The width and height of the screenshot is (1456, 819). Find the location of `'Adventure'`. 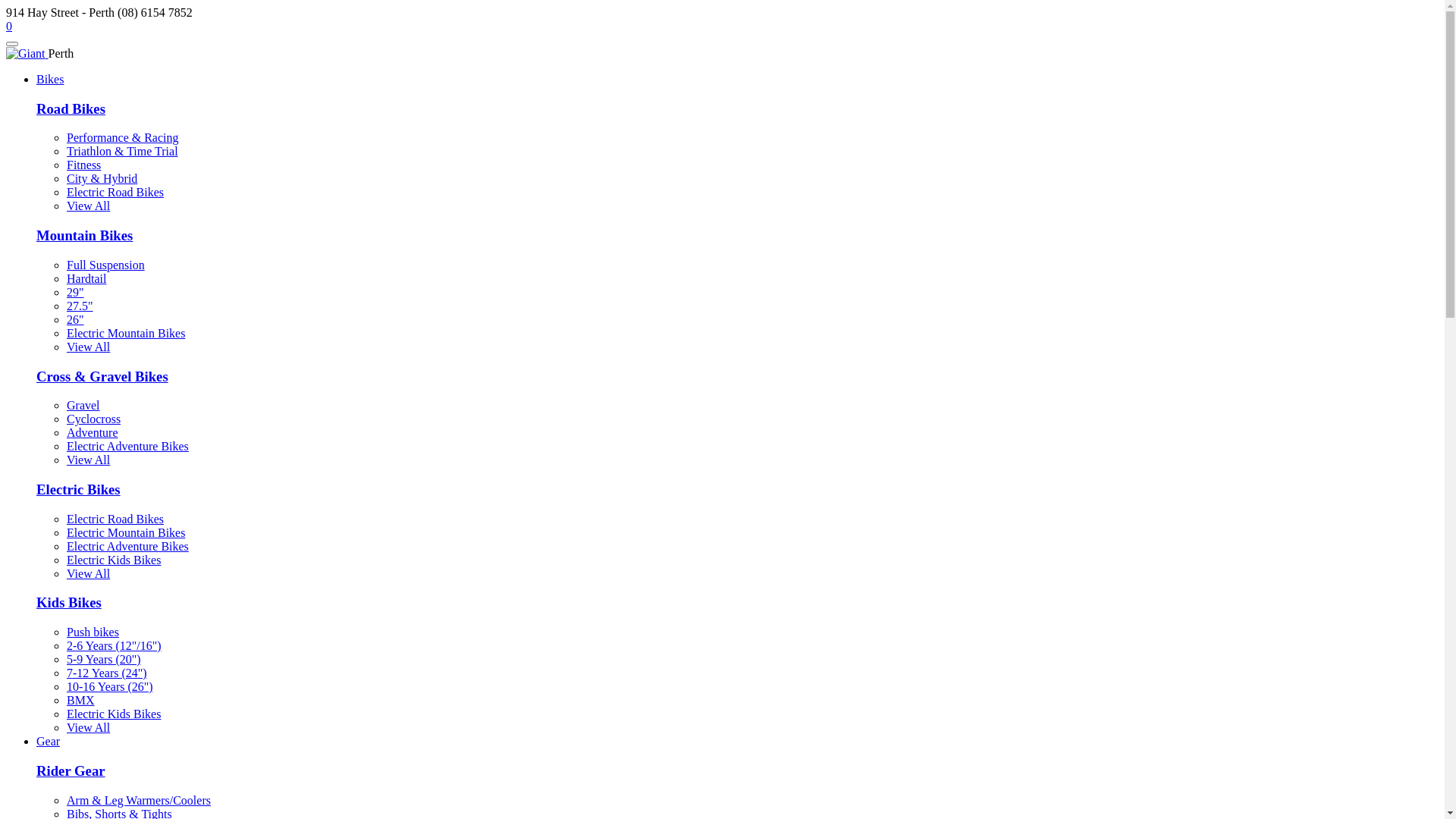

'Adventure' is located at coordinates (91, 432).